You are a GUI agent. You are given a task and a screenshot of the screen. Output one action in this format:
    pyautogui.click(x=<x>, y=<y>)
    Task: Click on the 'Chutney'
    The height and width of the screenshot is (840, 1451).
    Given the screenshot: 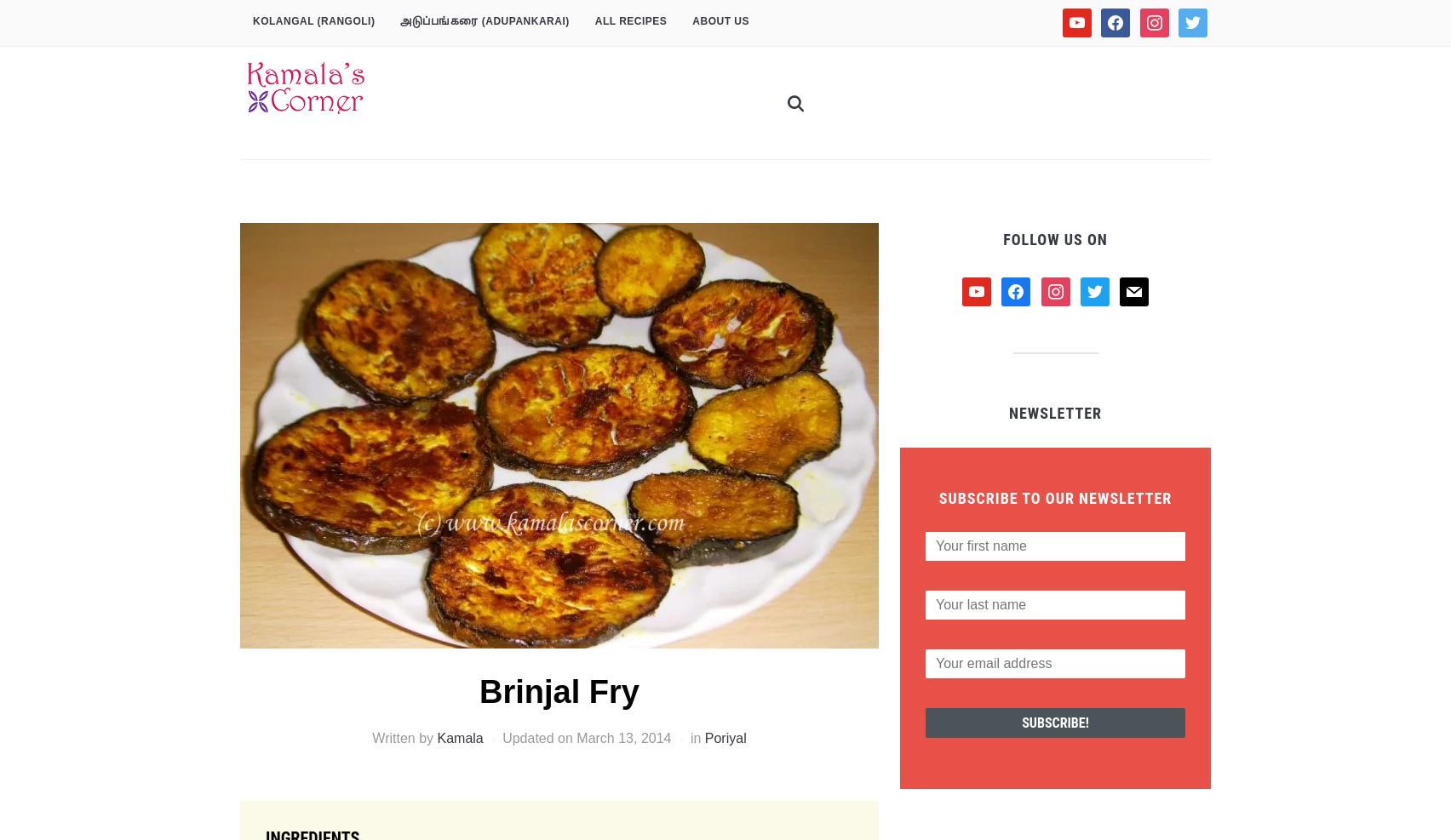 What is the action you would take?
    pyautogui.click(x=806, y=27)
    